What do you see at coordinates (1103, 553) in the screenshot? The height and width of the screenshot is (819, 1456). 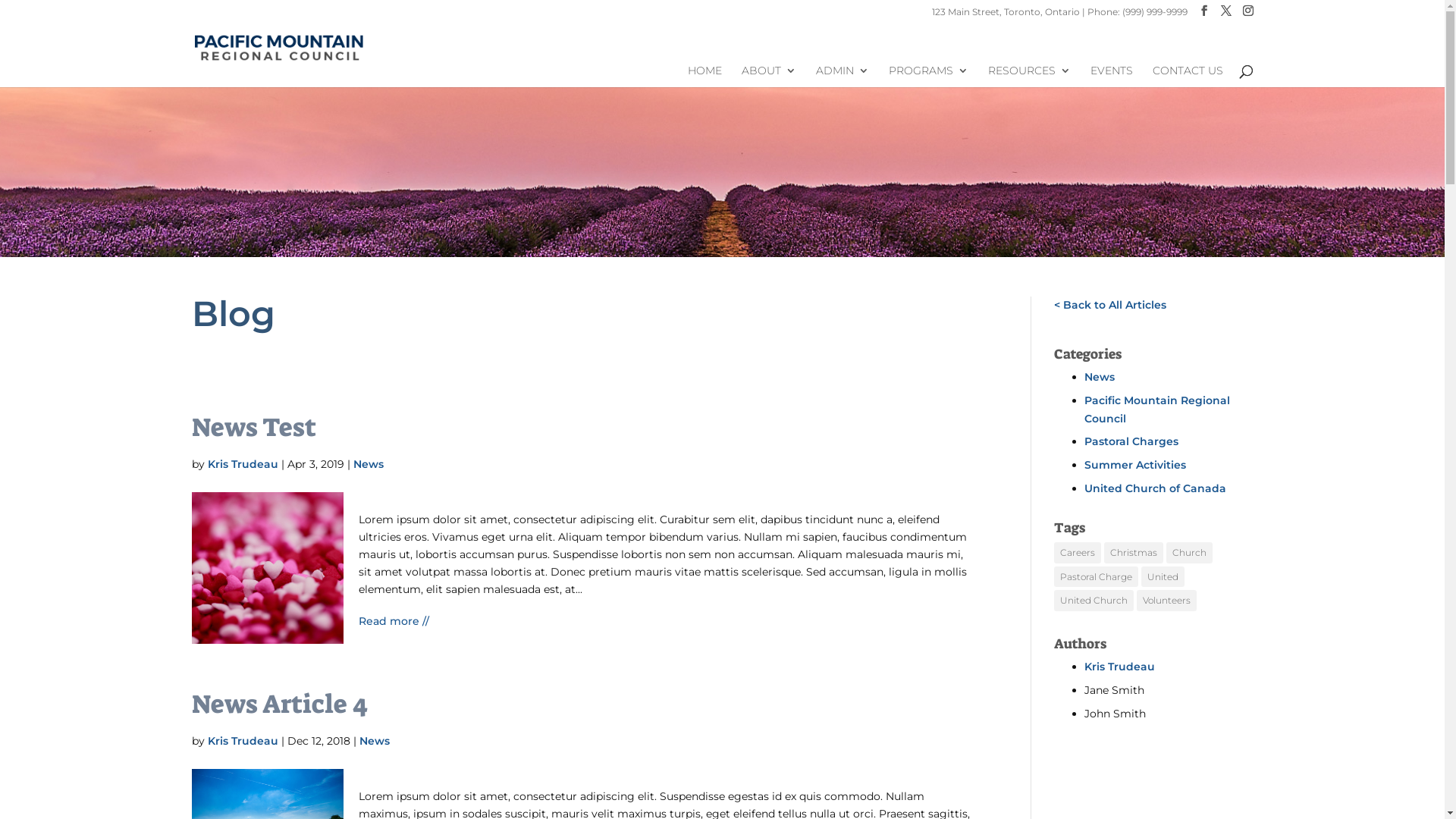 I see `'Christmas'` at bounding box center [1103, 553].